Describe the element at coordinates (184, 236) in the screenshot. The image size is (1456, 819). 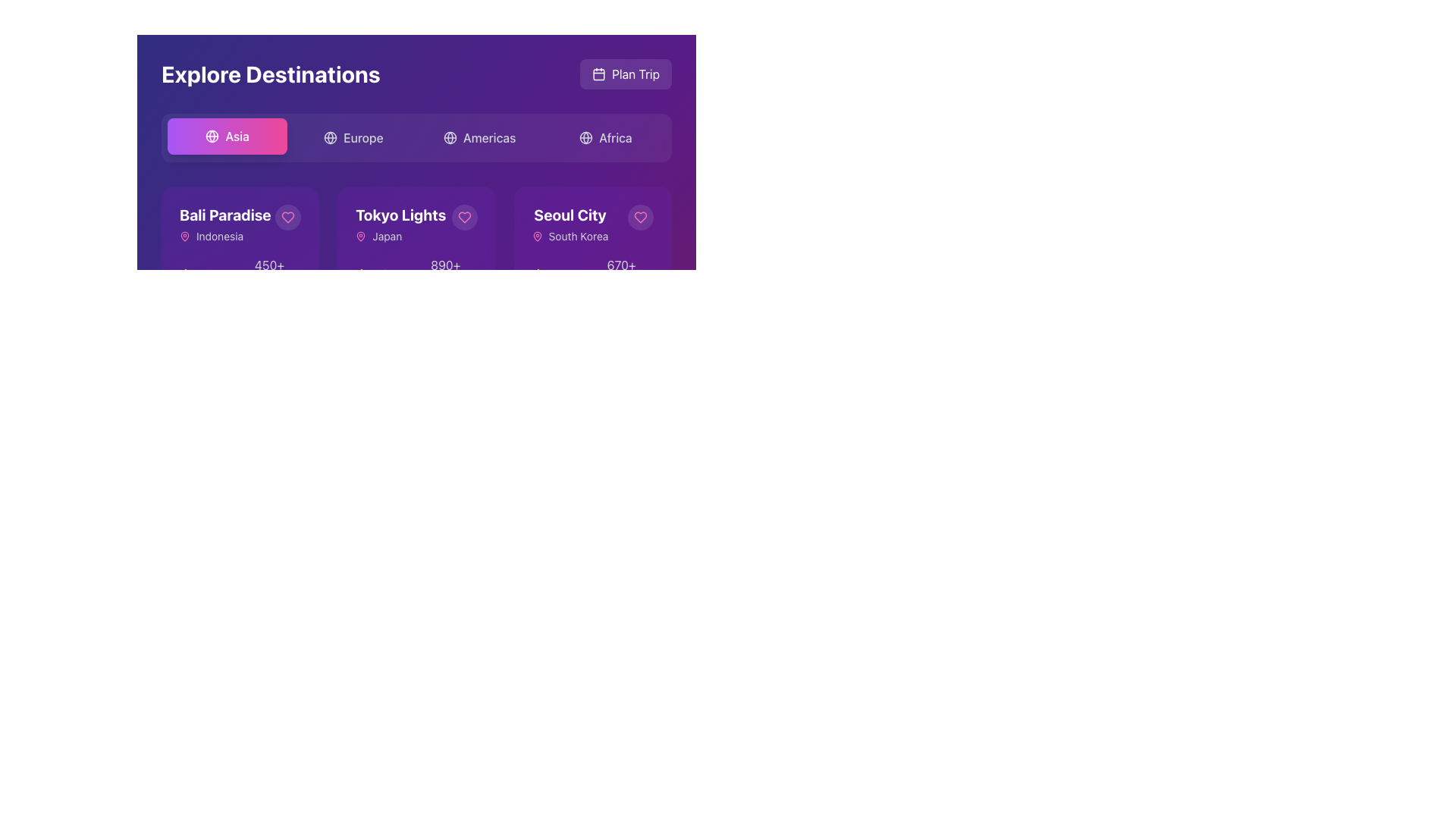
I see `the SVG graphic representing a location pin next to the 'Indonesia' label in the 'Bali Paradise' card in the top-left of the grid layout` at that location.